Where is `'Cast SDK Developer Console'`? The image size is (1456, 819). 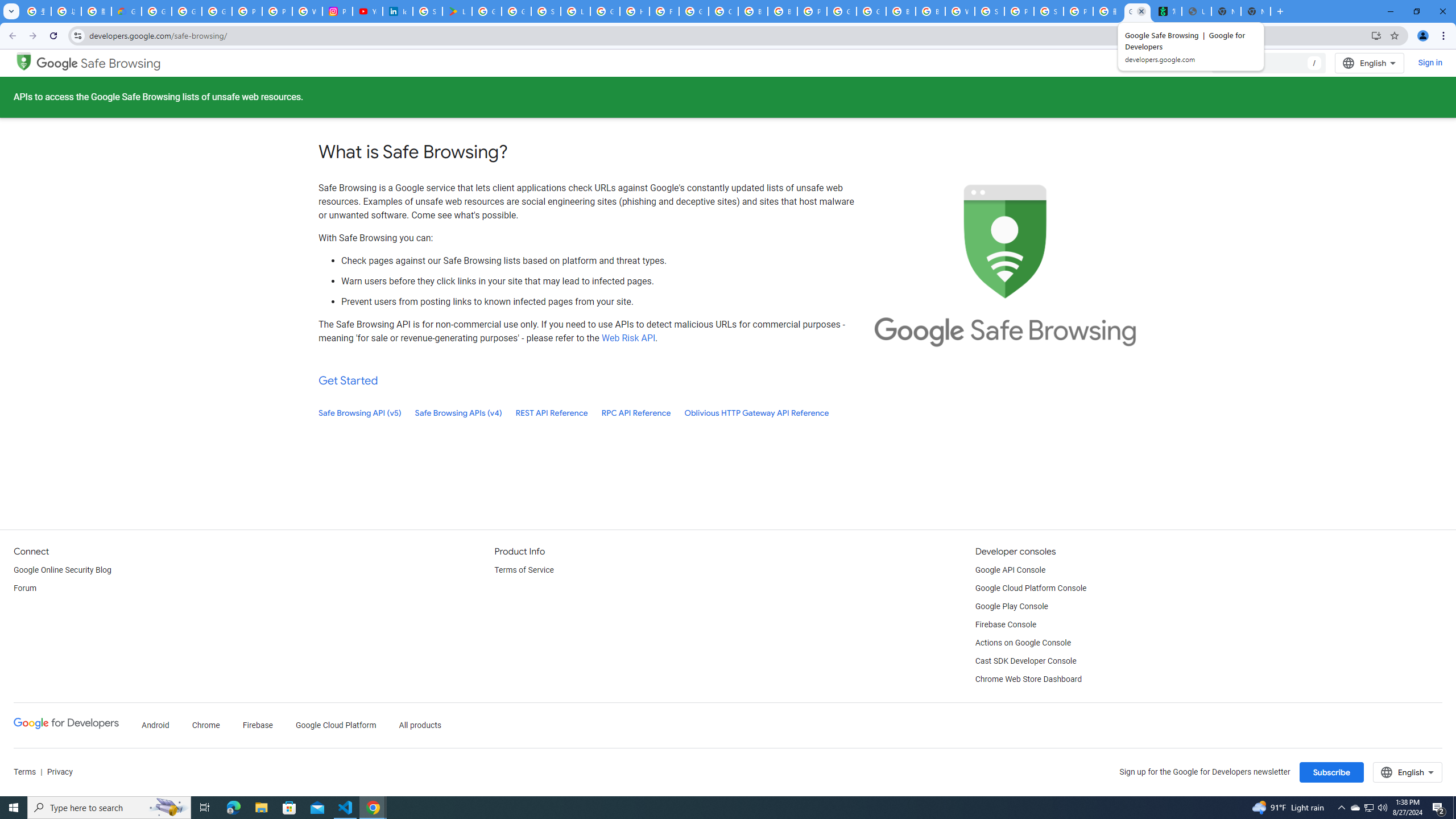
'Cast SDK Developer Console' is located at coordinates (1025, 661).